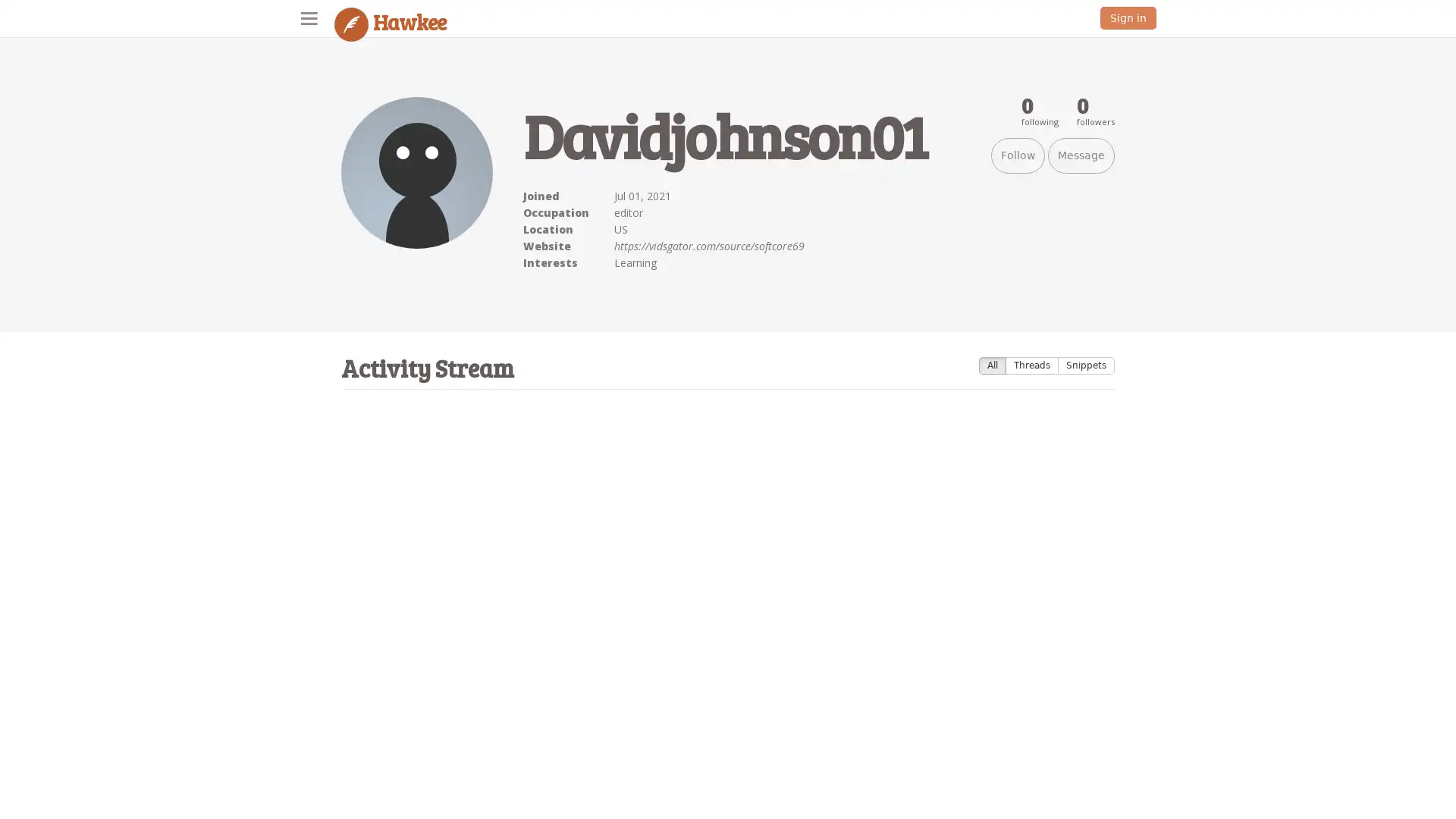 This screenshot has width=1456, height=819. What do you see at coordinates (1018, 155) in the screenshot?
I see `Follow` at bounding box center [1018, 155].